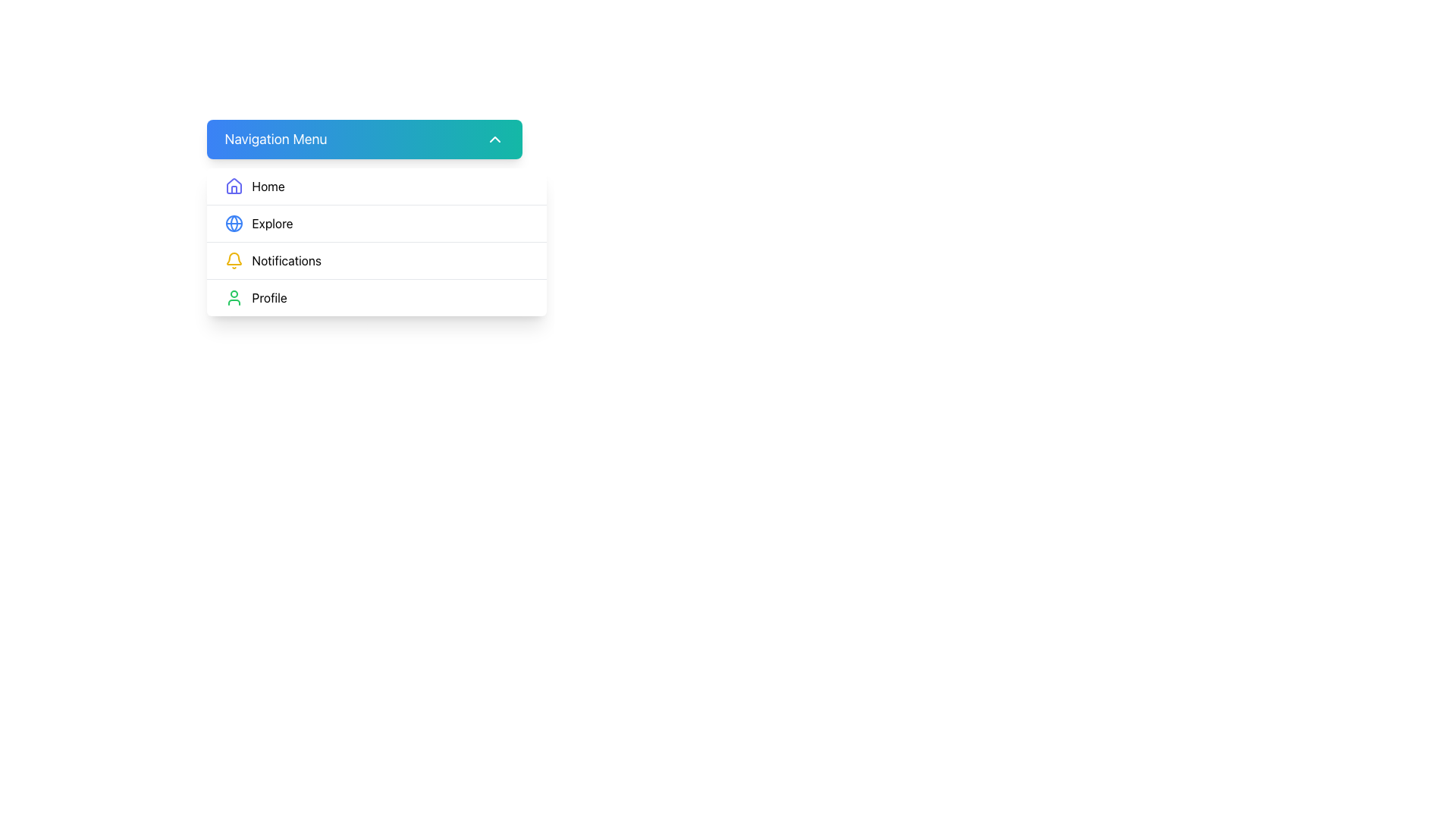 The height and width of the screenshot is (819, 1456). I want to click on the third navigation item in the menu, so click(376, 259).